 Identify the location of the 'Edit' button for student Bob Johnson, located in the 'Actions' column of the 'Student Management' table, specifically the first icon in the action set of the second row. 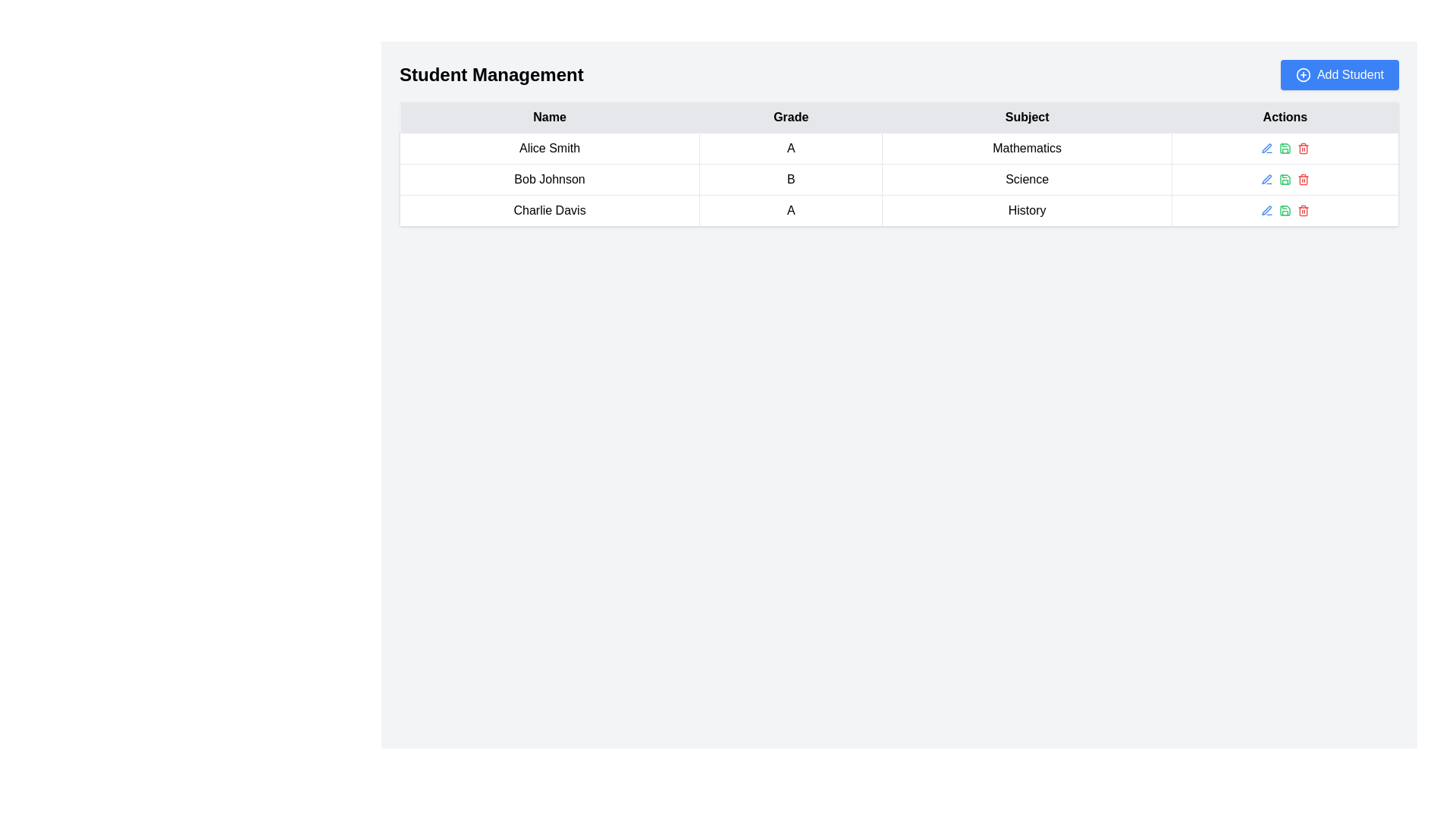
(1266, 149).